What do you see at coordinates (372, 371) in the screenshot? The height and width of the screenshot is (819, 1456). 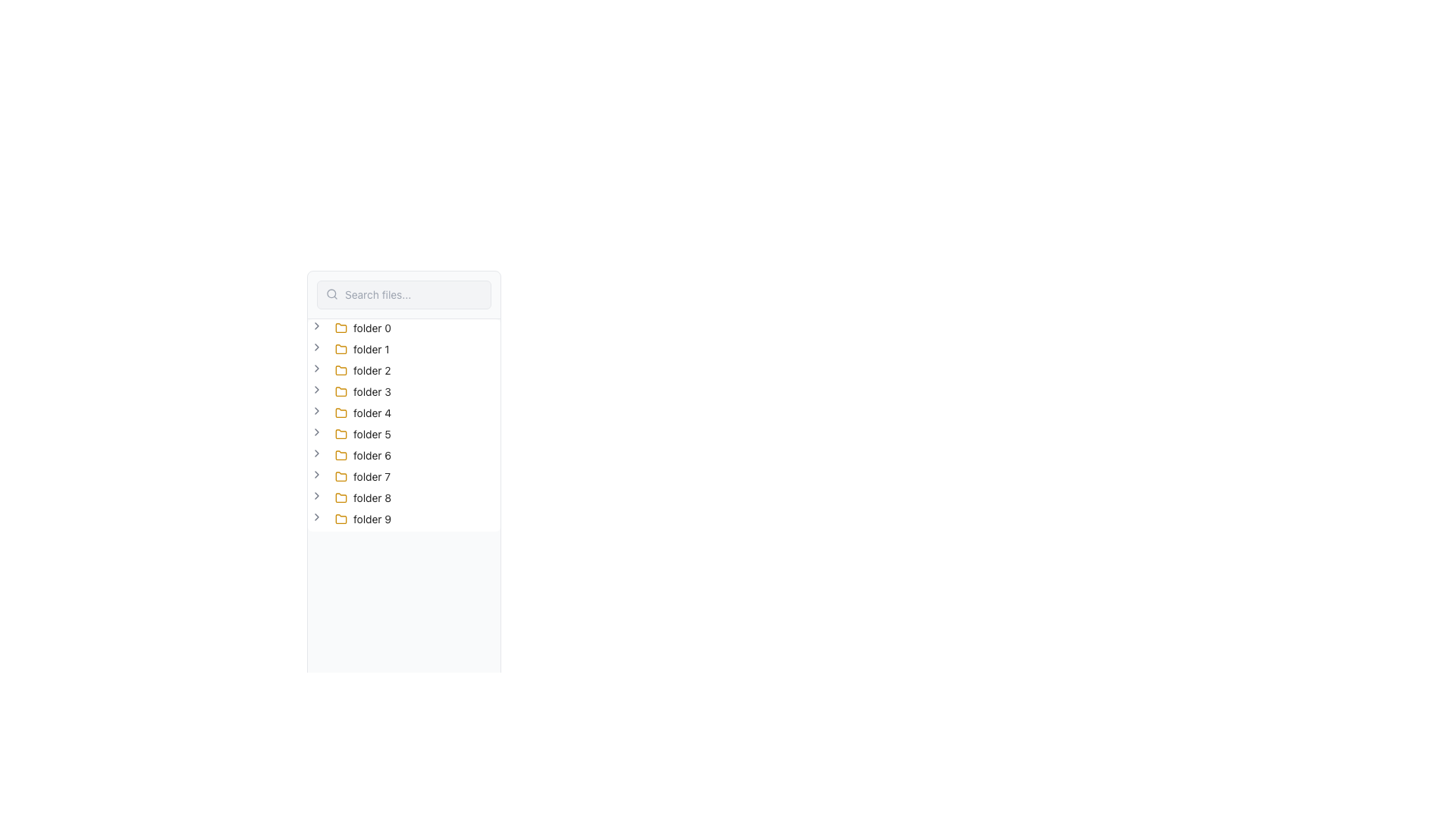 I see `the text label displaying 'folder 2', which is located in the third position of the vertical list in the left panel, next to a folder icon` at bounding box center [372, 371].